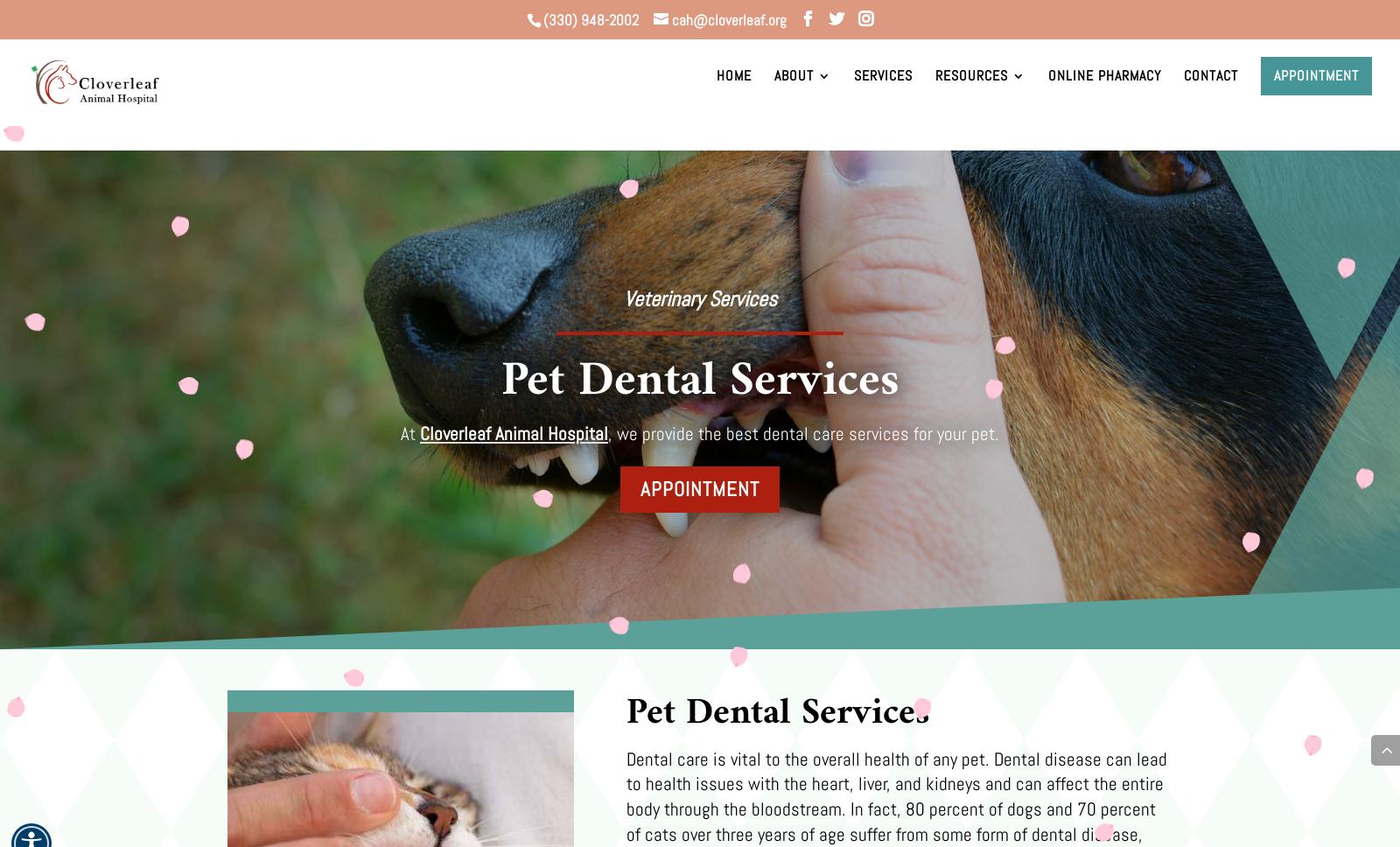 The height and width of the screenshot is (847, 1400). I want to click on 'About', so click(793, 101).